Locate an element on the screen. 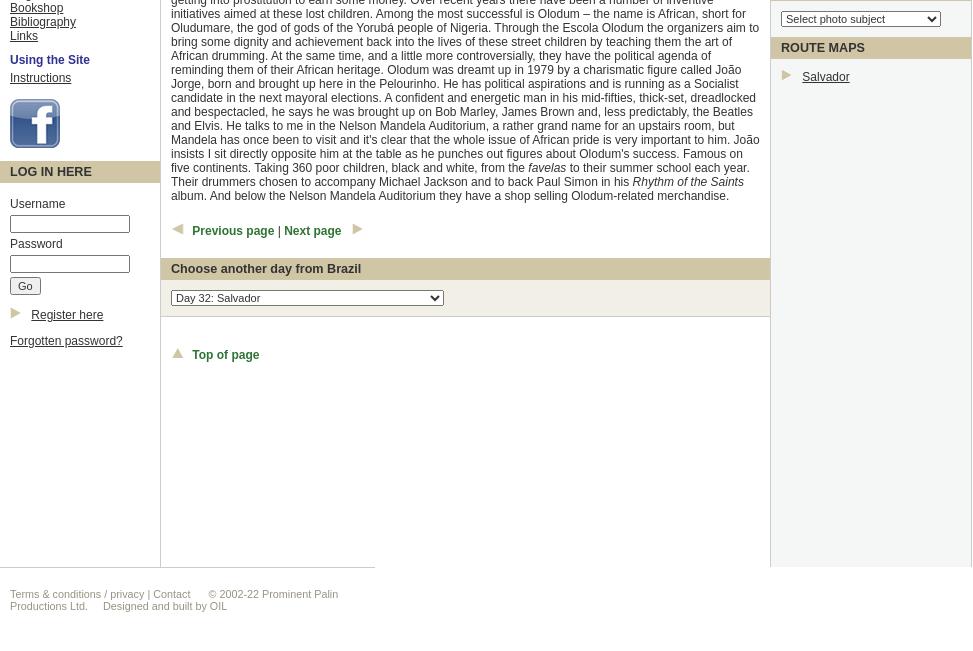 Image resolution: width=973 pixels, height=651 pixels. 'Instructions' is located at coordinates (40, 77).